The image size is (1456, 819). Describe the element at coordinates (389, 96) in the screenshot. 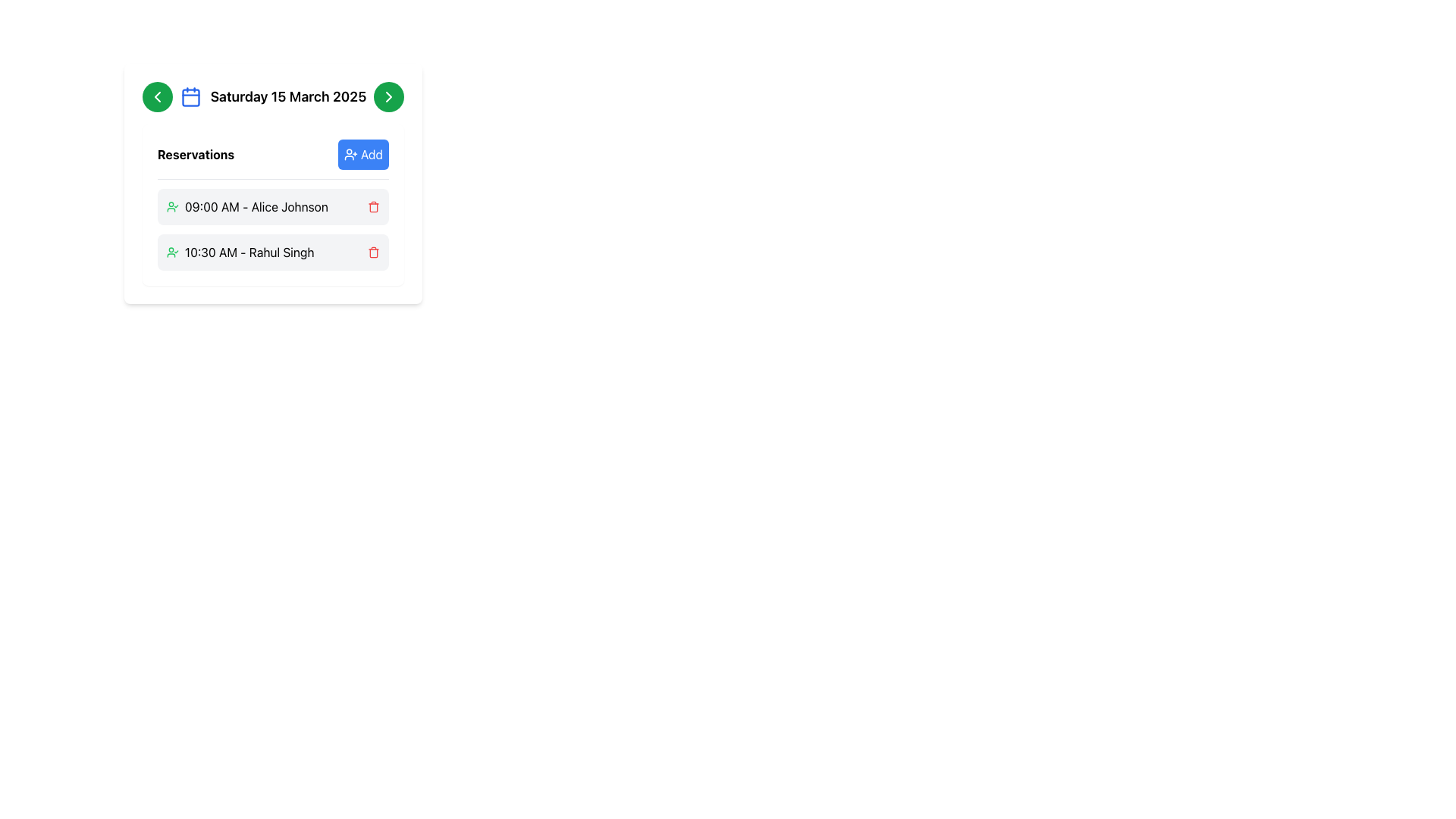

I see `the circular green button with a white chevron pointing to the right` at that location.